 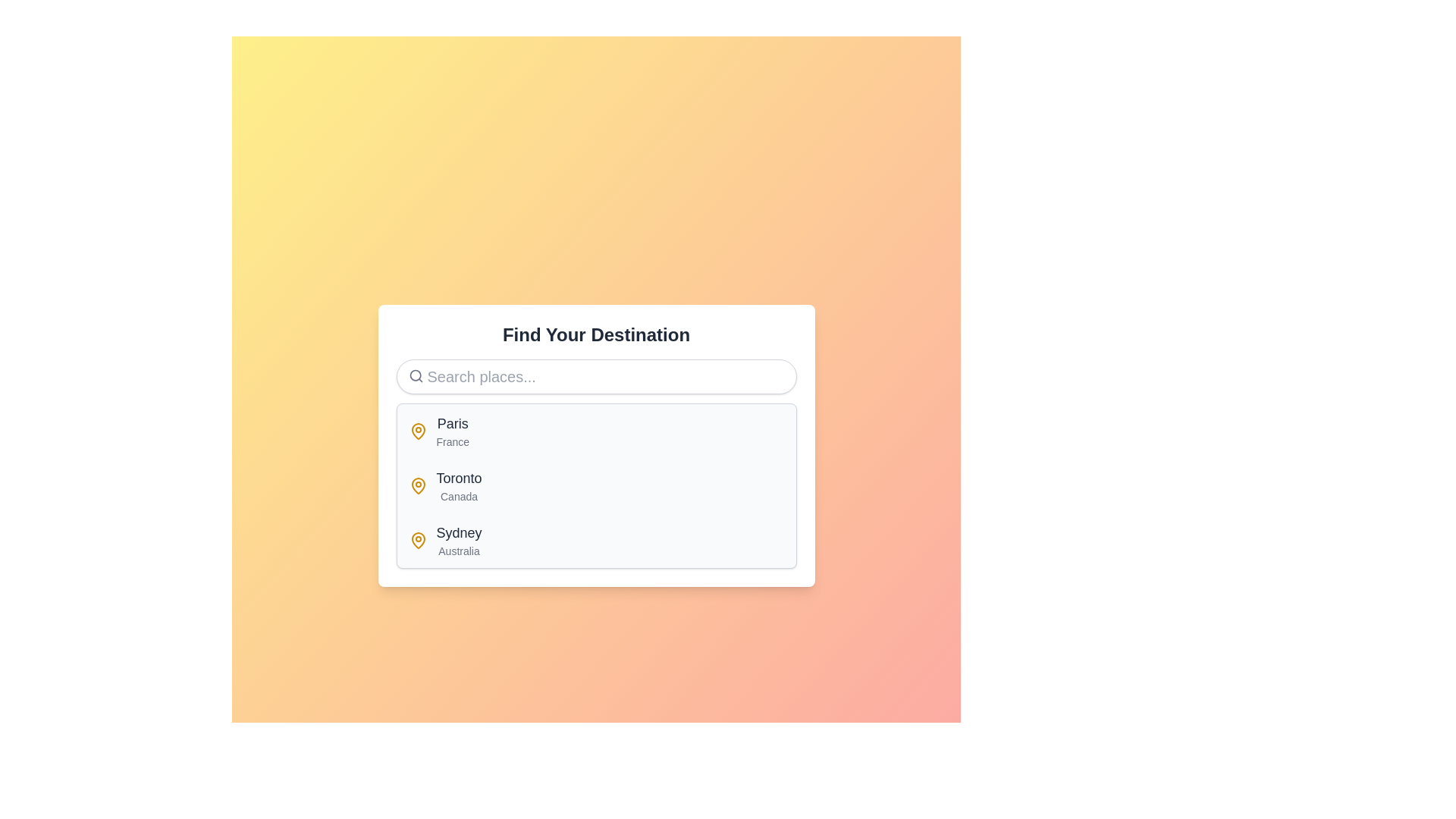 I want to click on the text label displaying 'Sydney, Australia' in the selectable list of destinations, so click(x=458, y=540).